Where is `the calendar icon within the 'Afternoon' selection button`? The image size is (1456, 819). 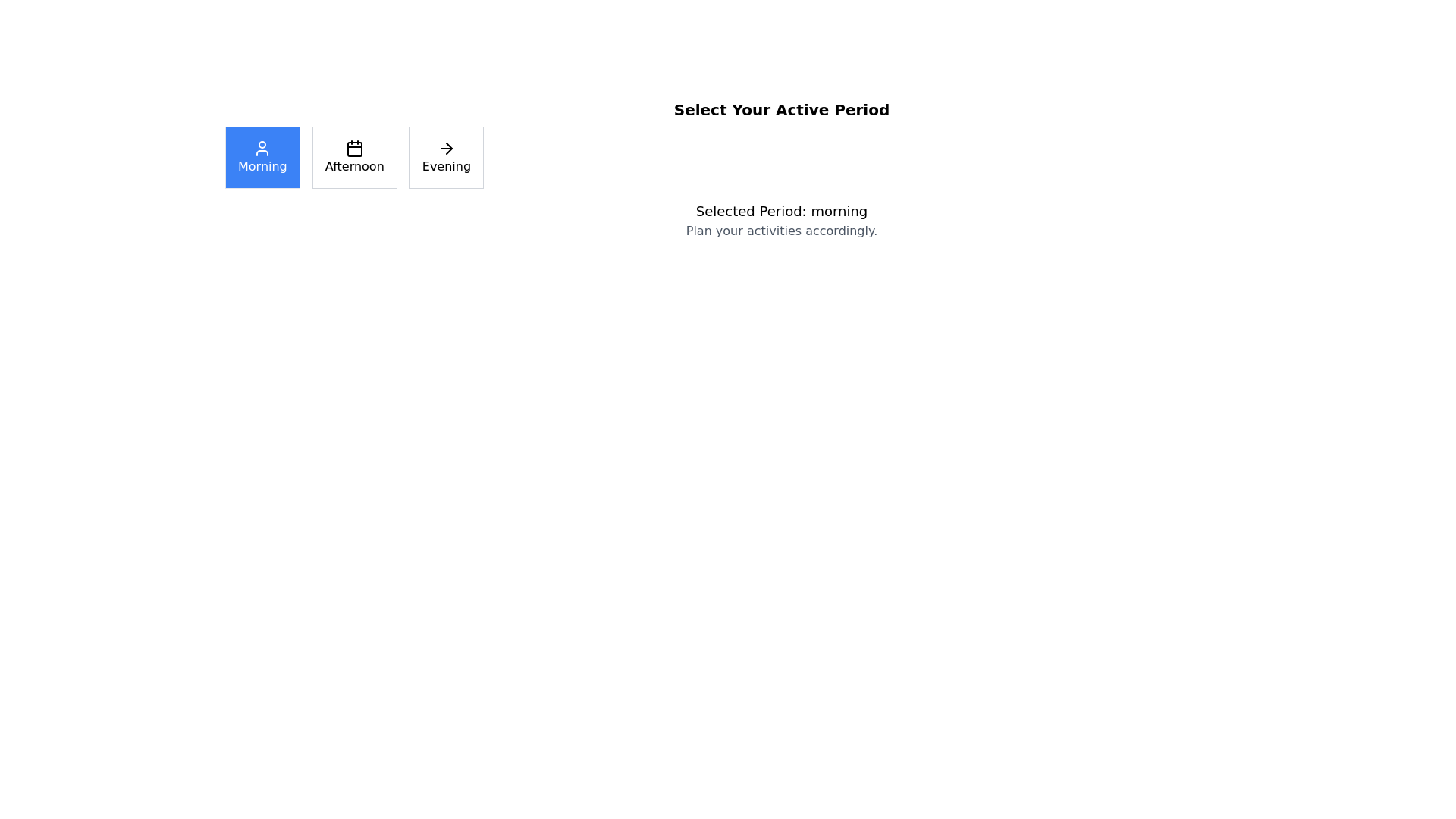
the calendar icon within the 'Afternoon' selection button is located at coordinates (353, 149).